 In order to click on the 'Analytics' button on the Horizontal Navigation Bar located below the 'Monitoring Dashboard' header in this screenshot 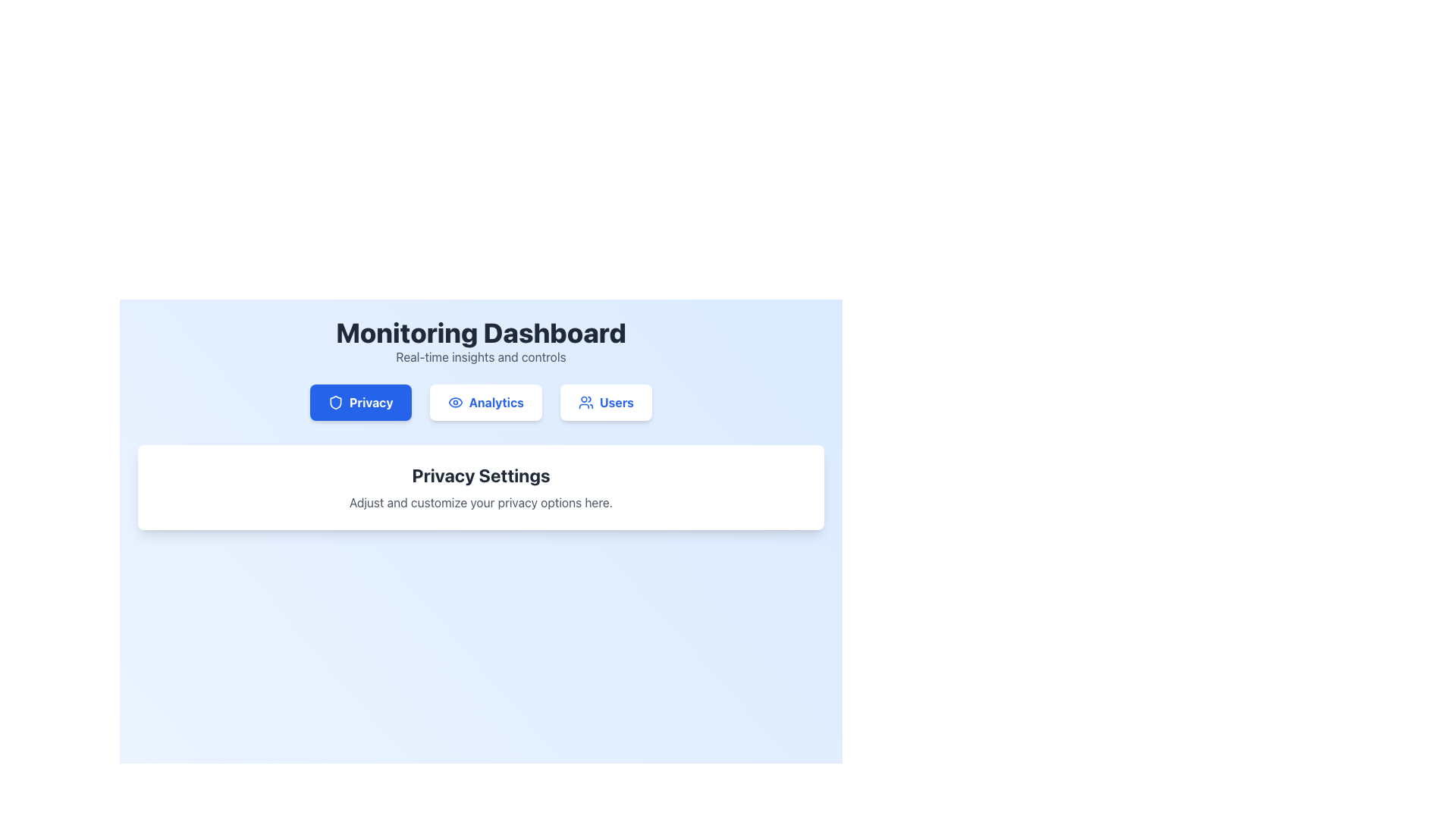, I will do `click(480, 402)`.